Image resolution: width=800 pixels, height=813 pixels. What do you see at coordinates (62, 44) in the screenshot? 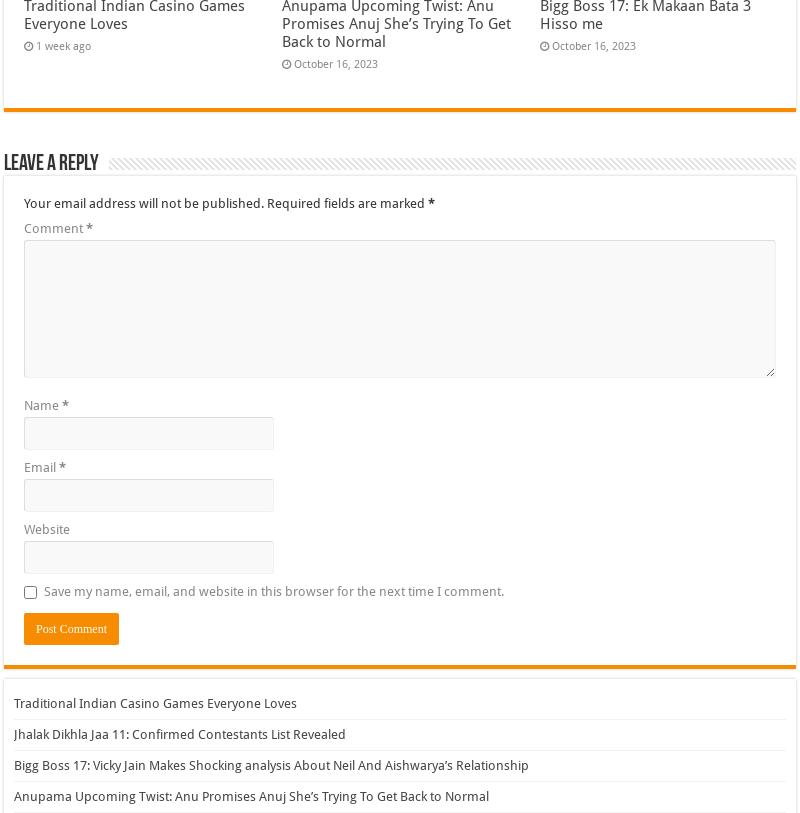
I see `'1 week ago'` at bounding box center [62, 44].